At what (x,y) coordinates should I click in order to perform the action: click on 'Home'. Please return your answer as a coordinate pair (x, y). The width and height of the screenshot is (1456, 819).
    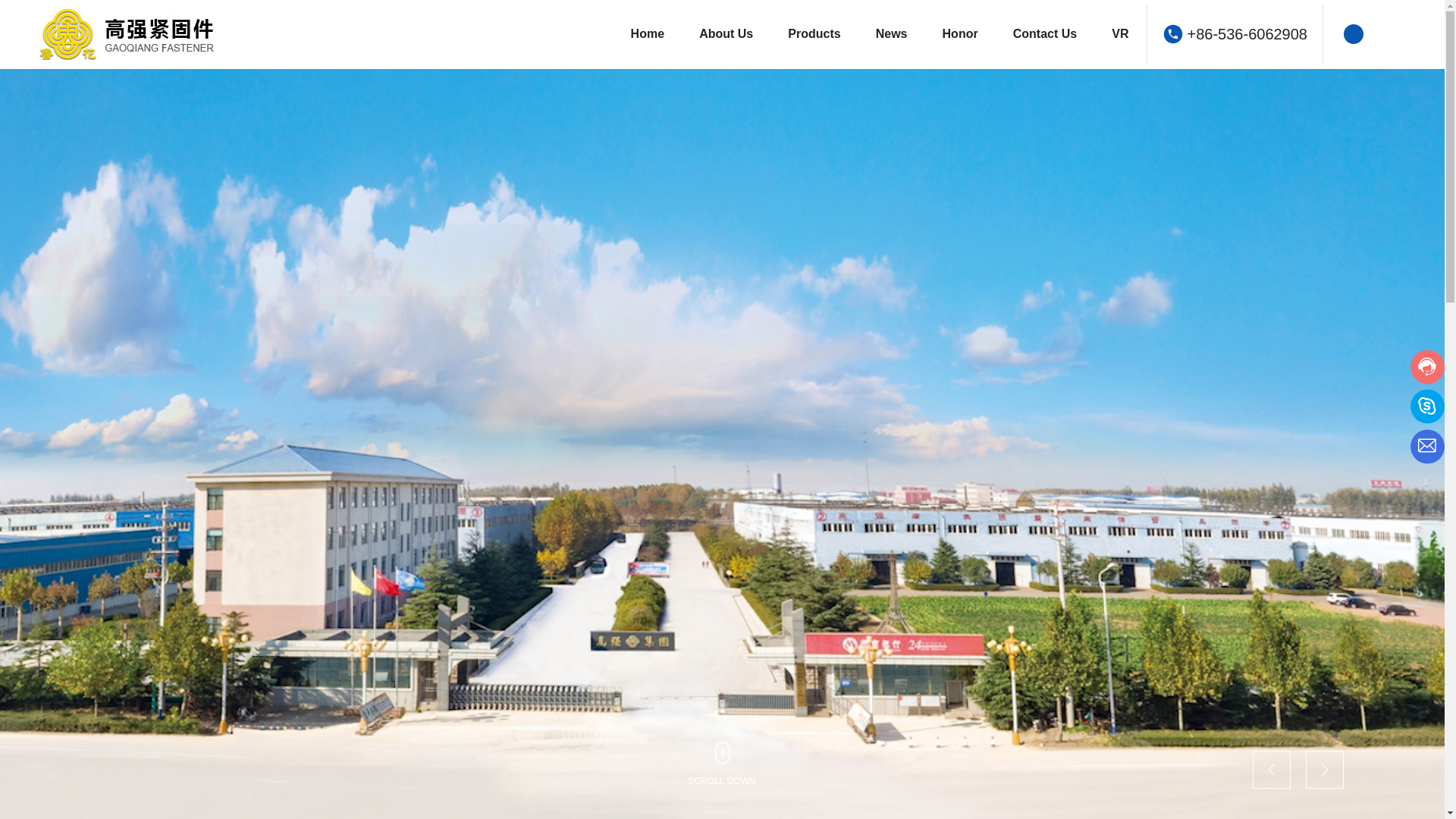
    Looking at the image, I should click on (648, 34).